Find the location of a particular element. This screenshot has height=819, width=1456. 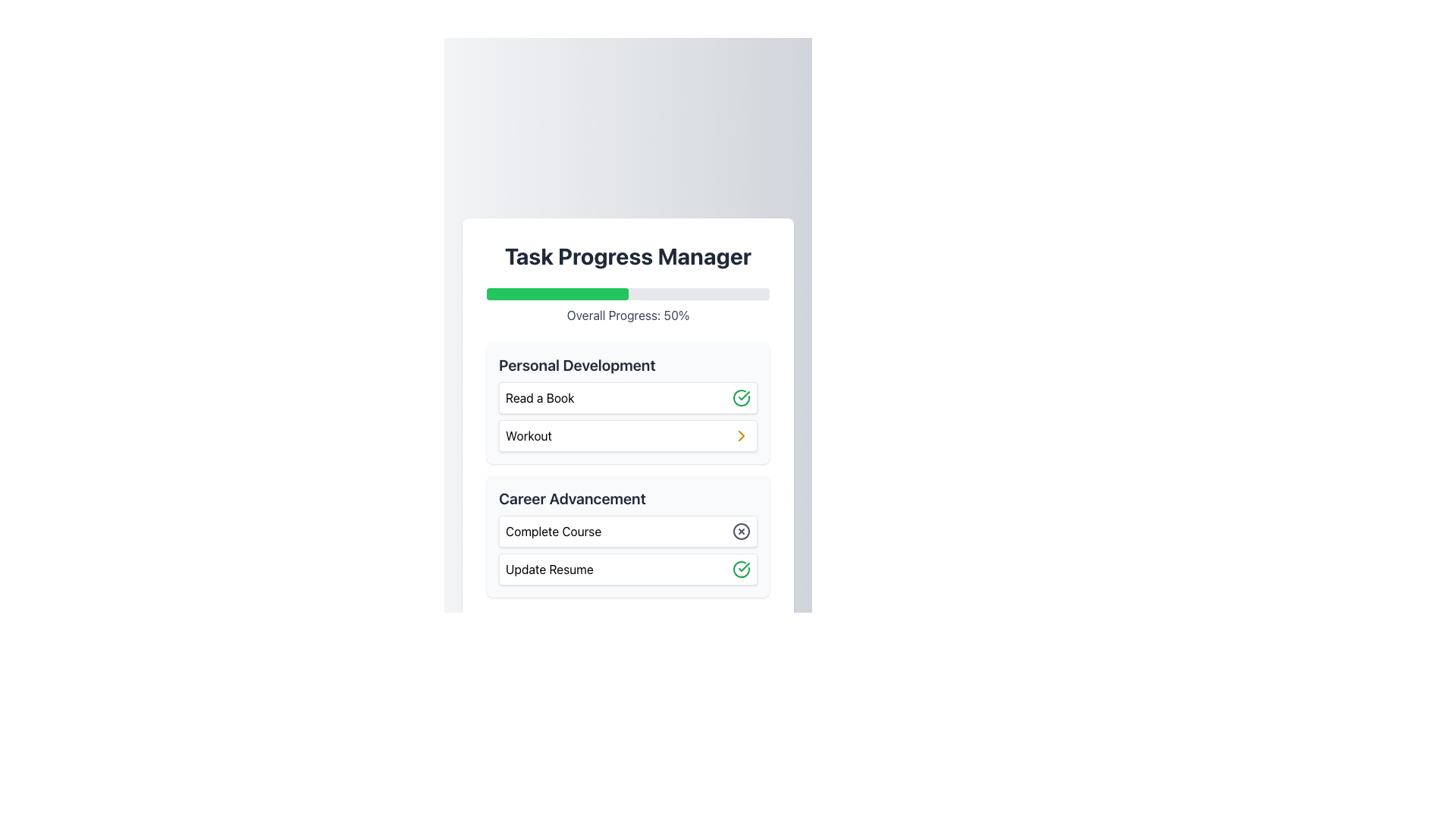

the small rightward-facing chevron icon with a yellow stroke located beside the 'Workout' label in the 'Workout' sub-section of the 'Personal Development' category is located at coordinates (742, 435).